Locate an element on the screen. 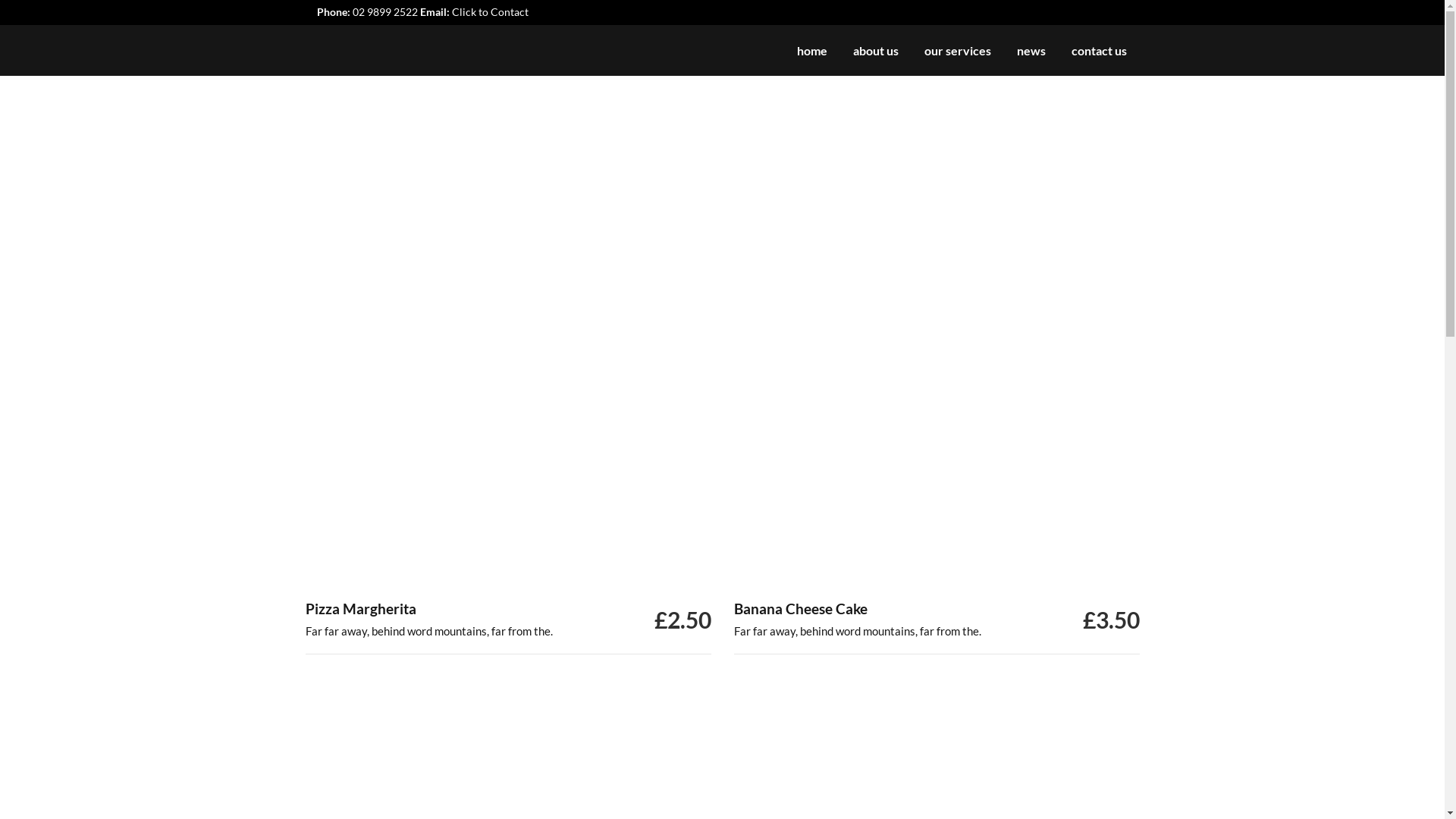  'about us' is located at coordinates (876, 49).